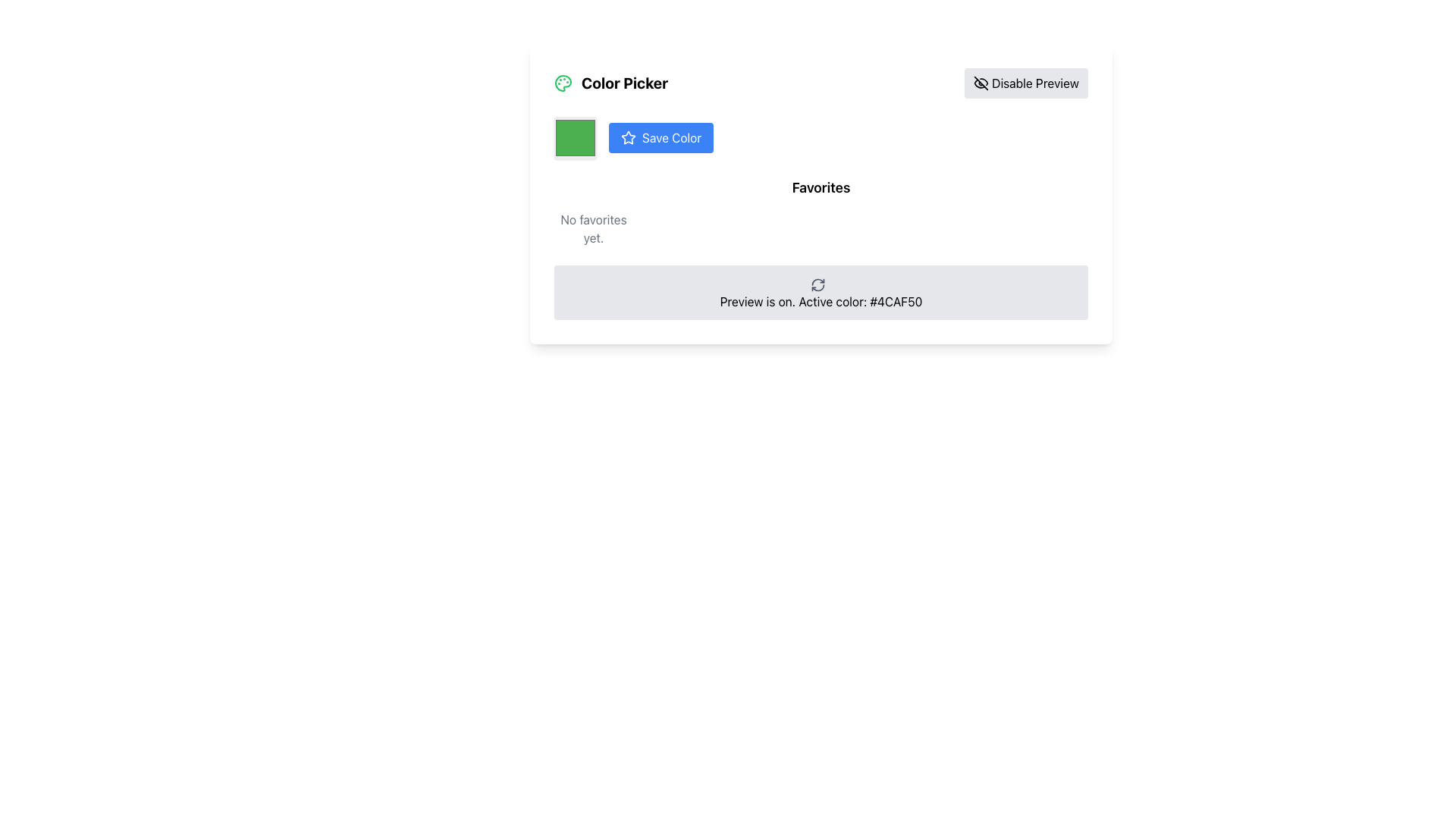  What do you see at coordinates (980, 83) in the screenshot?
I see `the decorative component of the eye-off icon, which is positioned towards the bottom-left of the other sub-paths` at bounding box center [980, 83].